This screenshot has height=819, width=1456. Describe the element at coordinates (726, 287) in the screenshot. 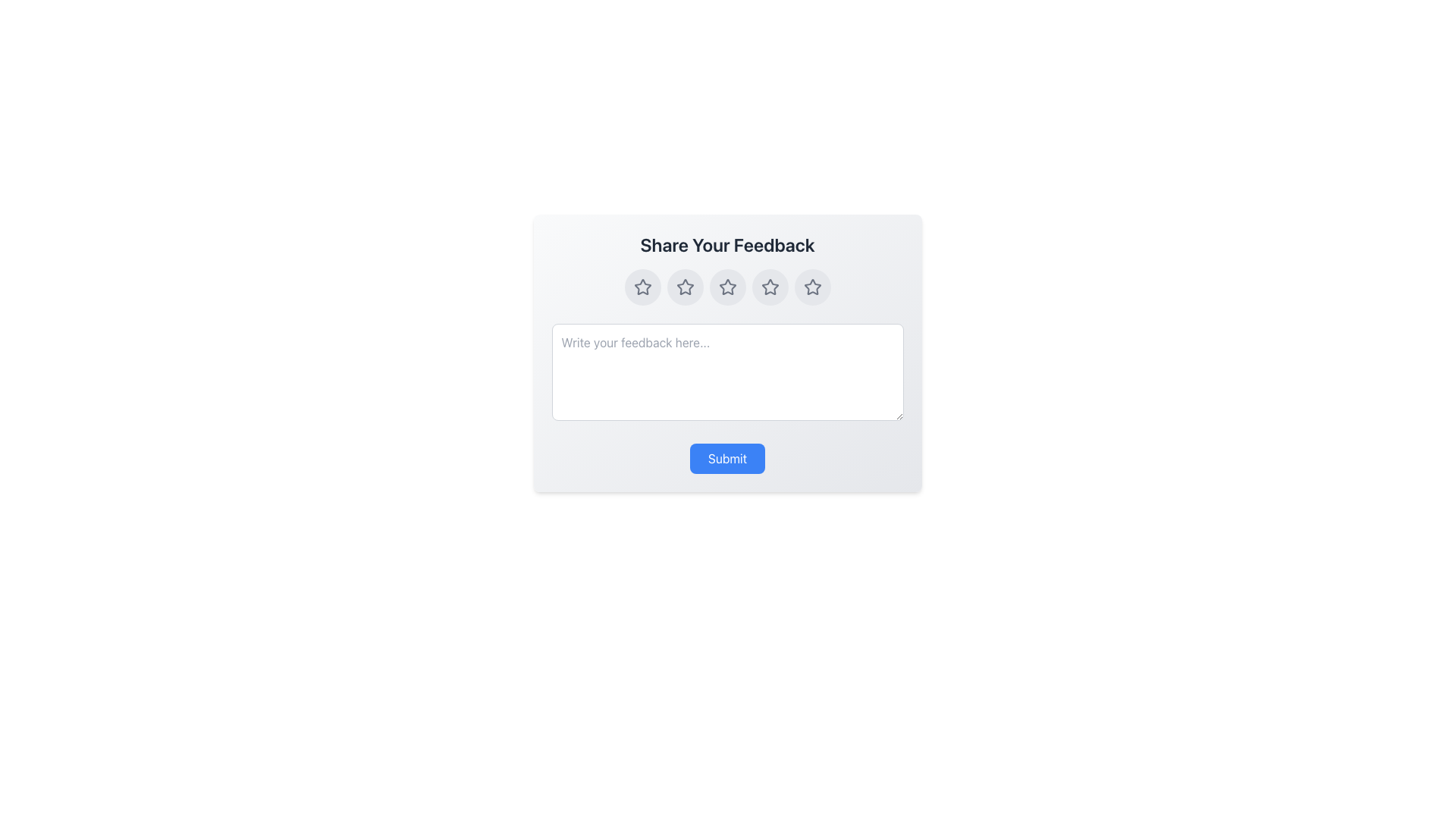

I see `the third star-shaped icon in the rating section, which is outlined in gray` at that location.